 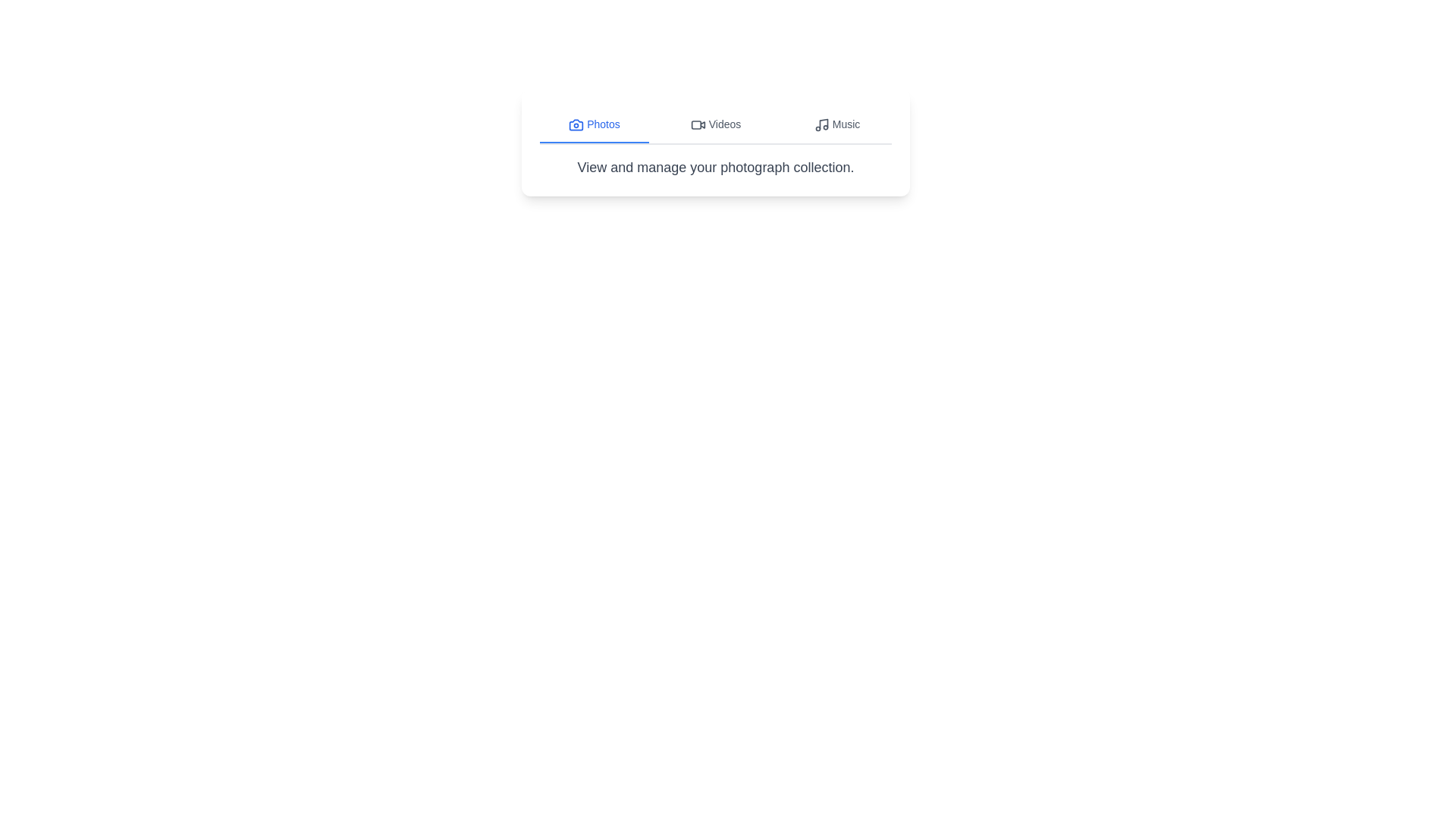 What do you see at coordinates (593, 124) in the screenshot?
I see `the Photos tab by clicking on the respective tab button` at bounding box center [593, 124].